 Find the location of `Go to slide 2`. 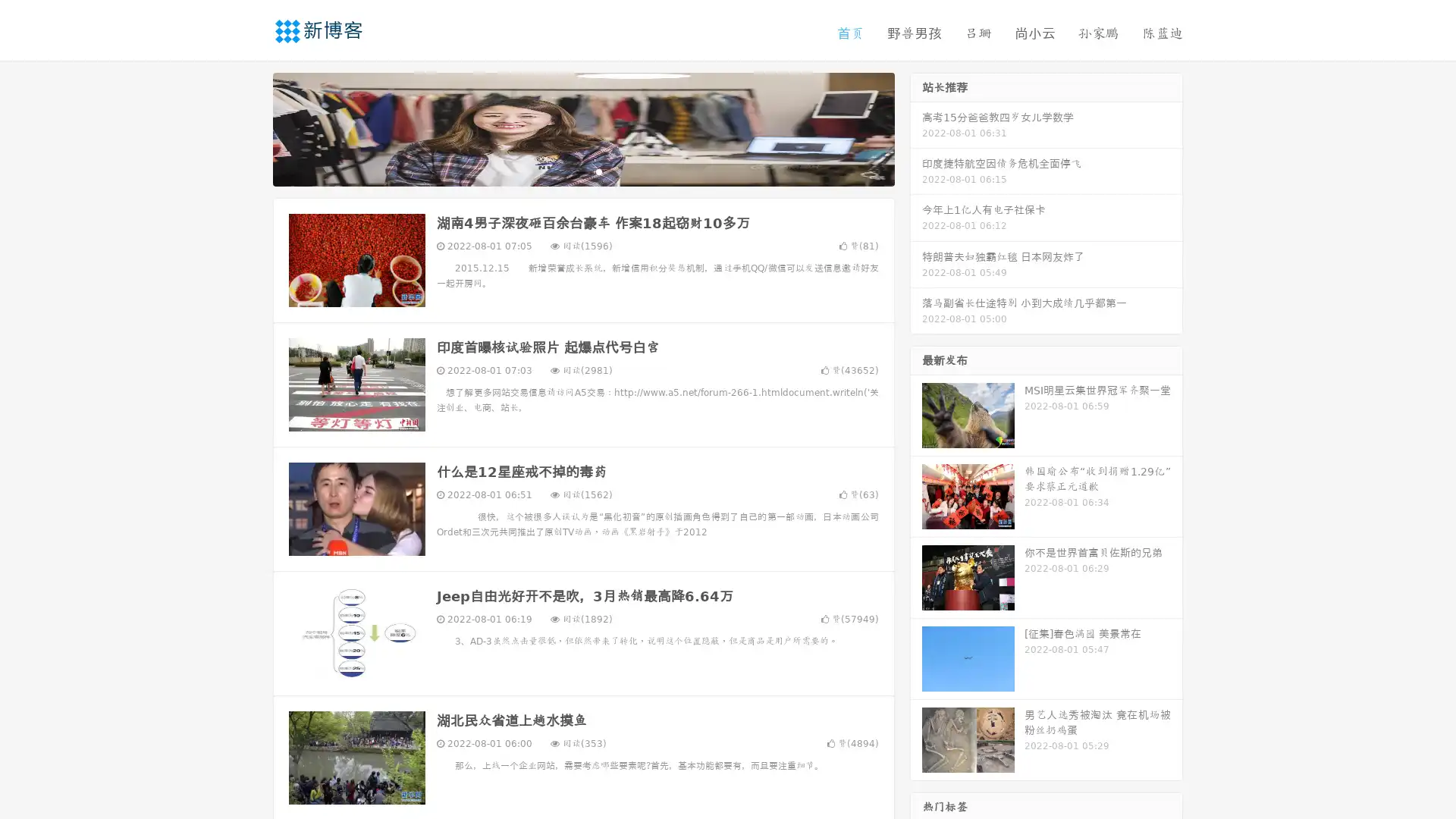

Go to slide 2 is located at coordinates (582, 171).